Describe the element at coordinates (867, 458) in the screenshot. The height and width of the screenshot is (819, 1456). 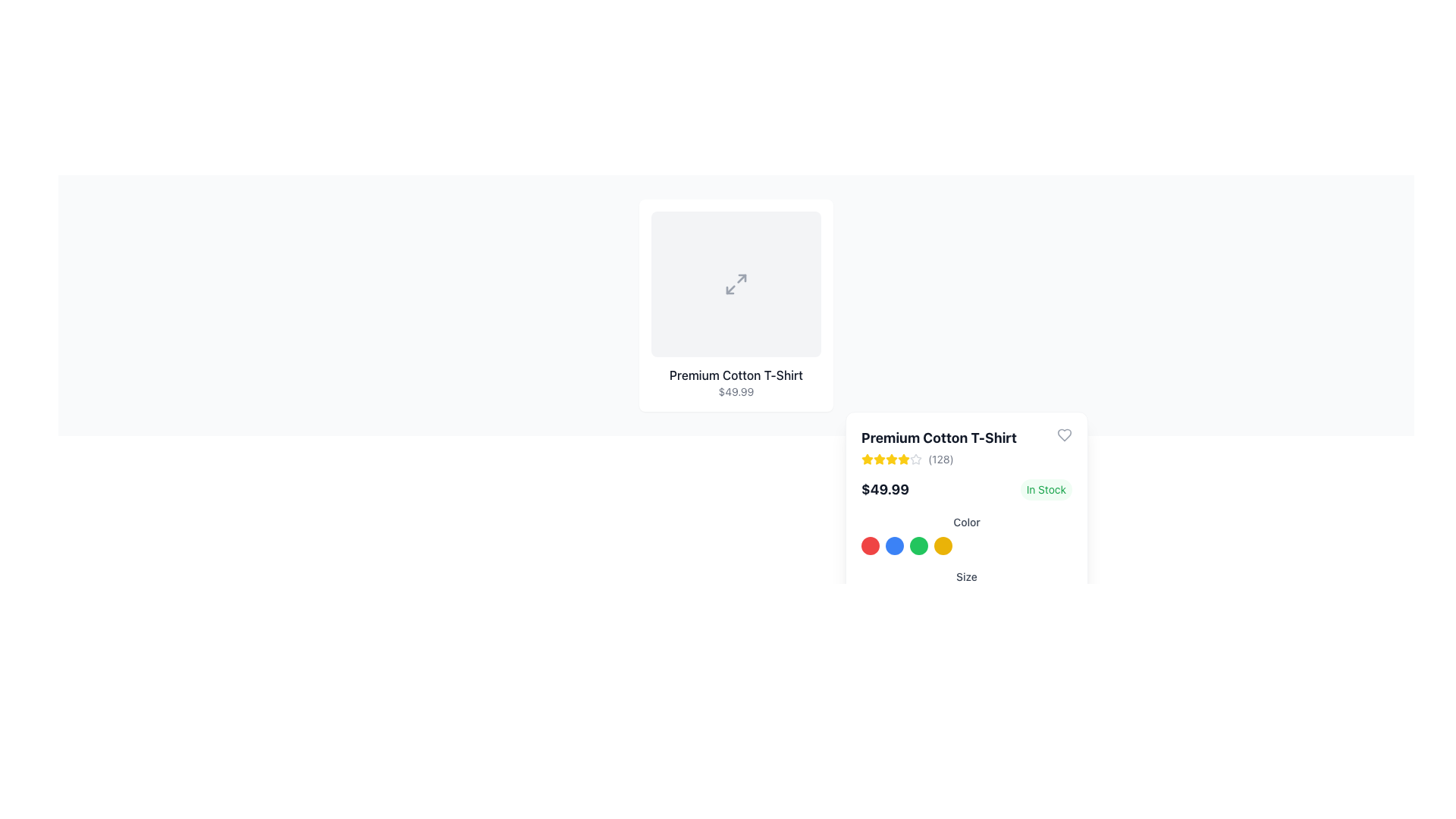
I see `the star icon representing the product's rating located at the top-right corner of the product details section` at that location.